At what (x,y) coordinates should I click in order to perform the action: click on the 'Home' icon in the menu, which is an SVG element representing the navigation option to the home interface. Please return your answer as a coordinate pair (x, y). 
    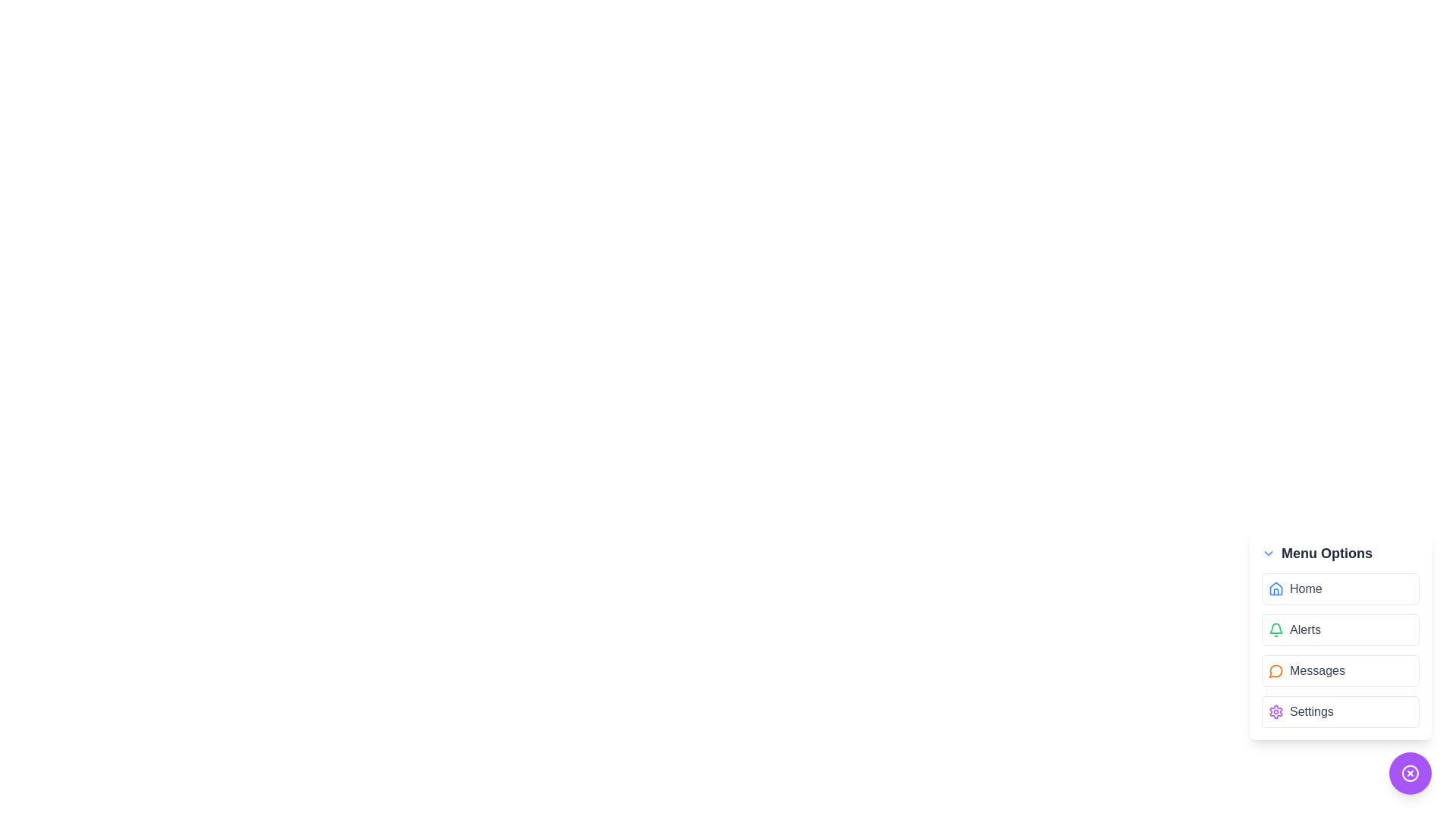
    Looking at the image, I should click on (1276, 588).